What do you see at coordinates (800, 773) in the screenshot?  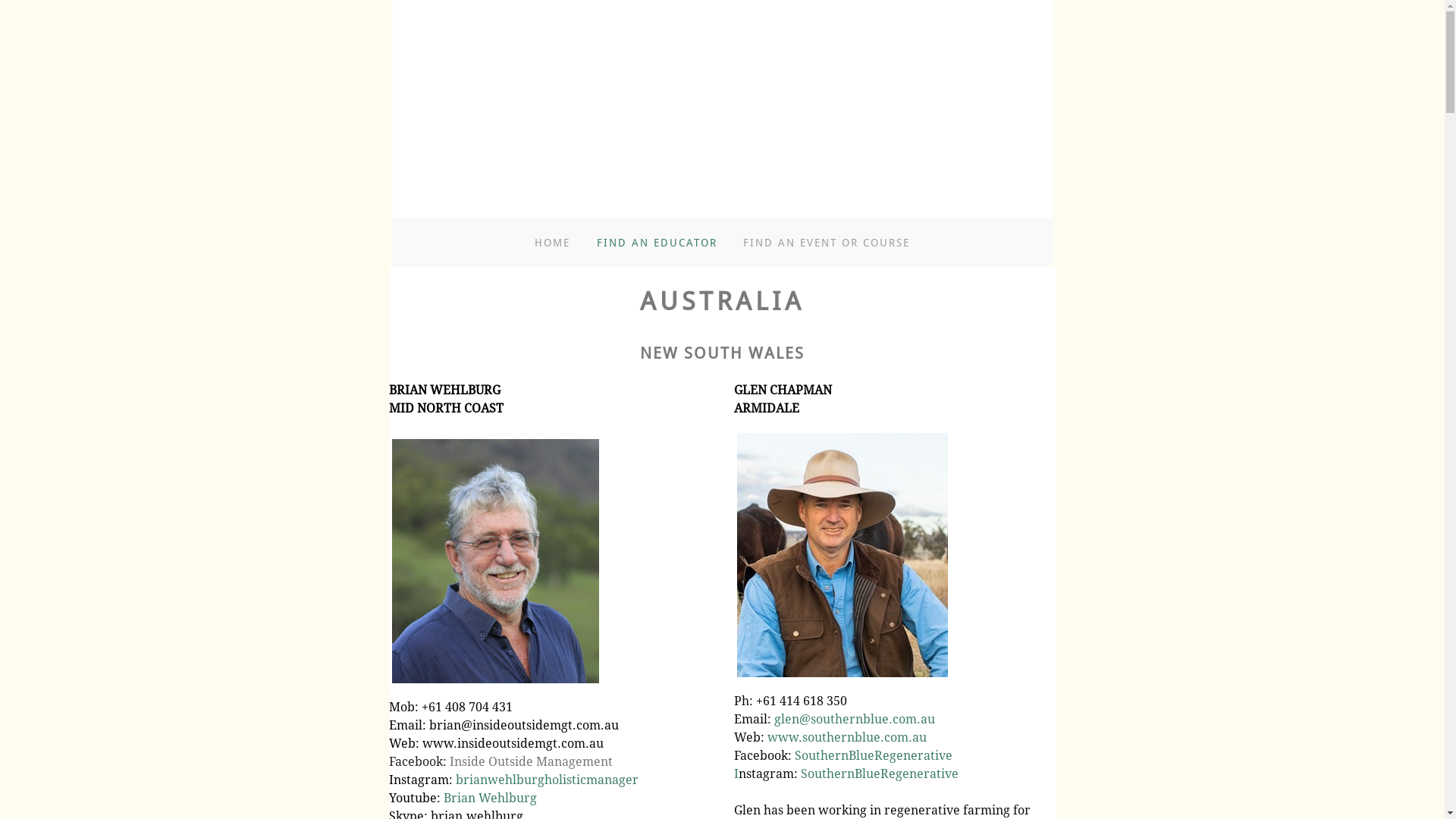 I see `'SouthernBlueRegenerative'` at bounding box center [800, 773].